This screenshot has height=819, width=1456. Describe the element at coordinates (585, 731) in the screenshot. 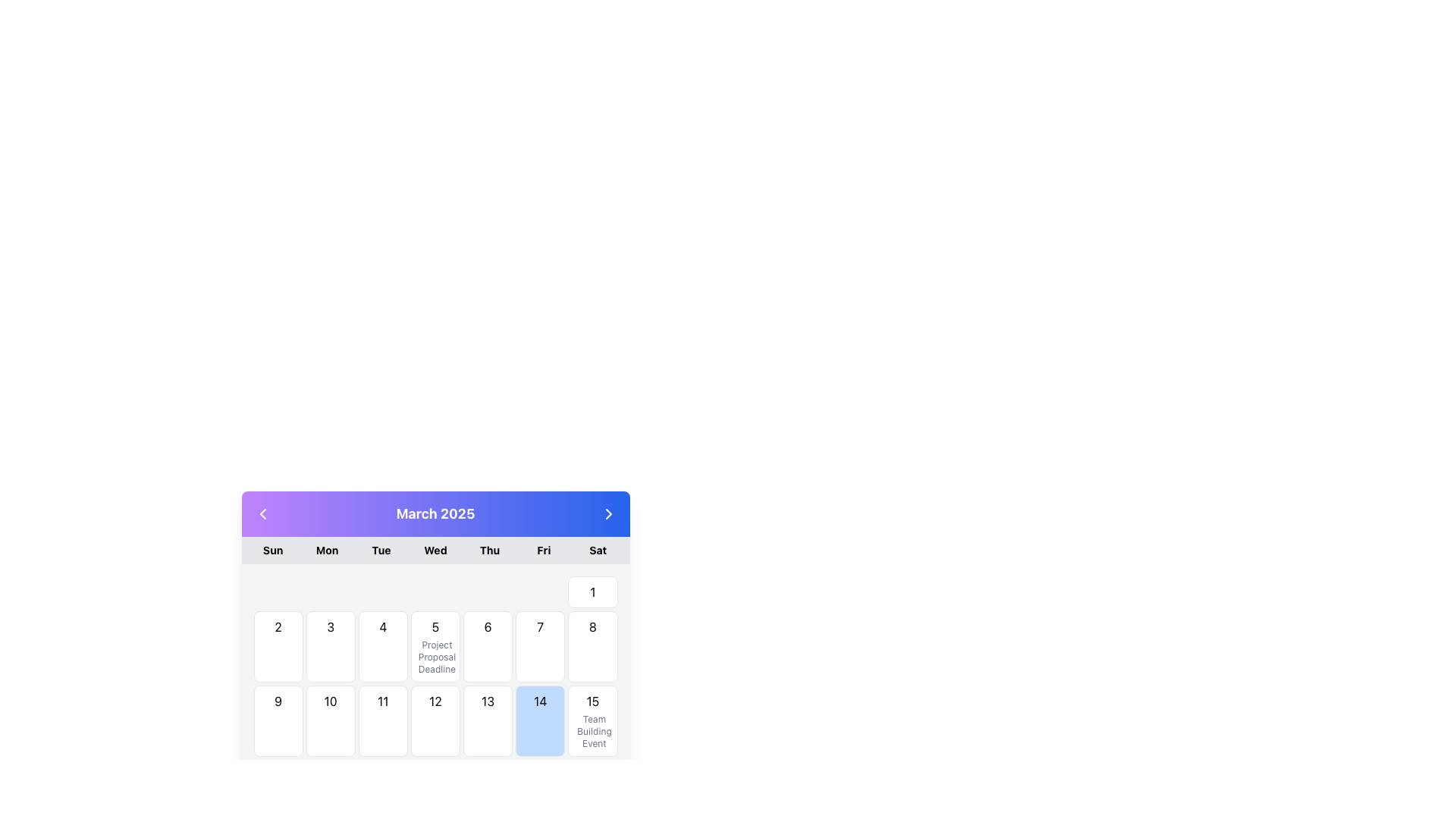

I see `the green checkmark icon located next to the 'Team Event' text in the calendar interface for March 15, 2025` at that location.